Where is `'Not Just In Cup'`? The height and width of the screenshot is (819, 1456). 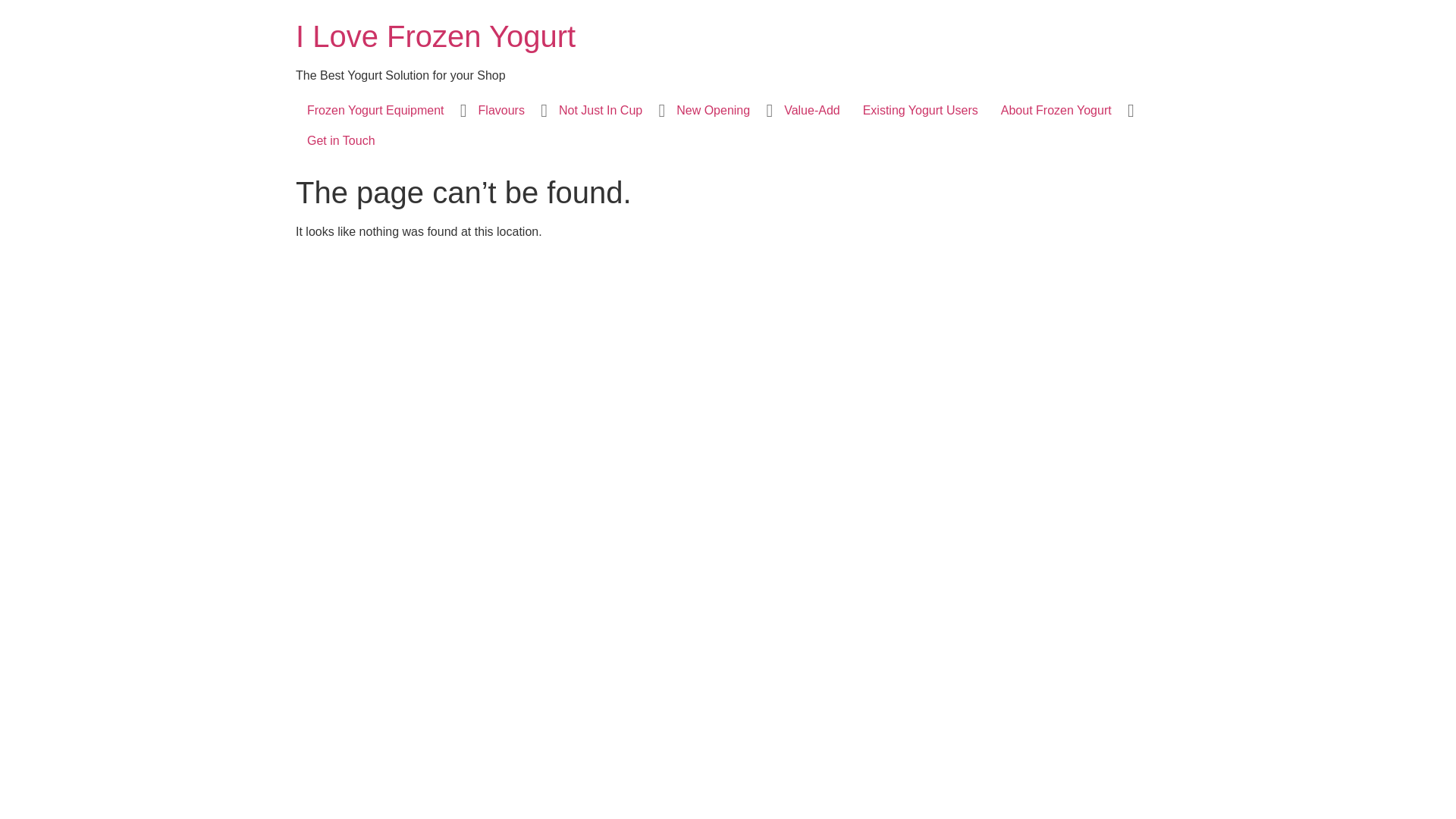
'Not Just In Cup' is located at coordinates (546, 110).